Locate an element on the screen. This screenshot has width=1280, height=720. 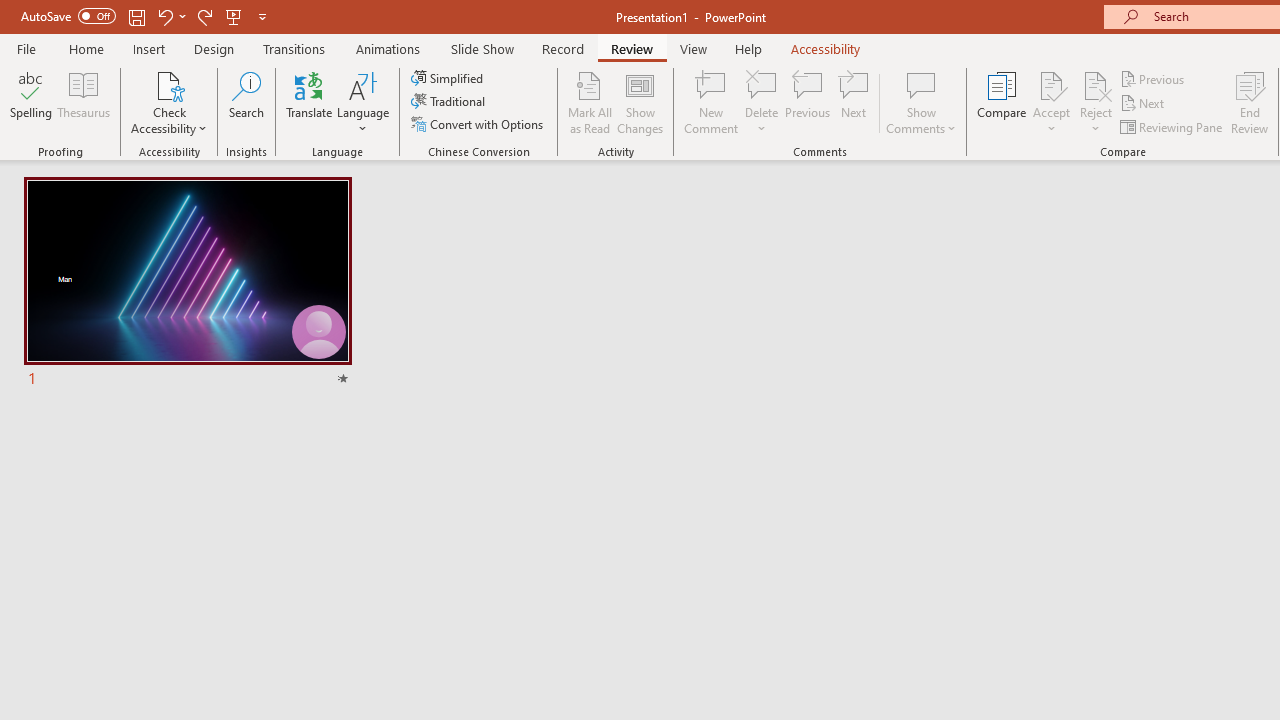
'Show Comments' is located at coordinates (920, 103).